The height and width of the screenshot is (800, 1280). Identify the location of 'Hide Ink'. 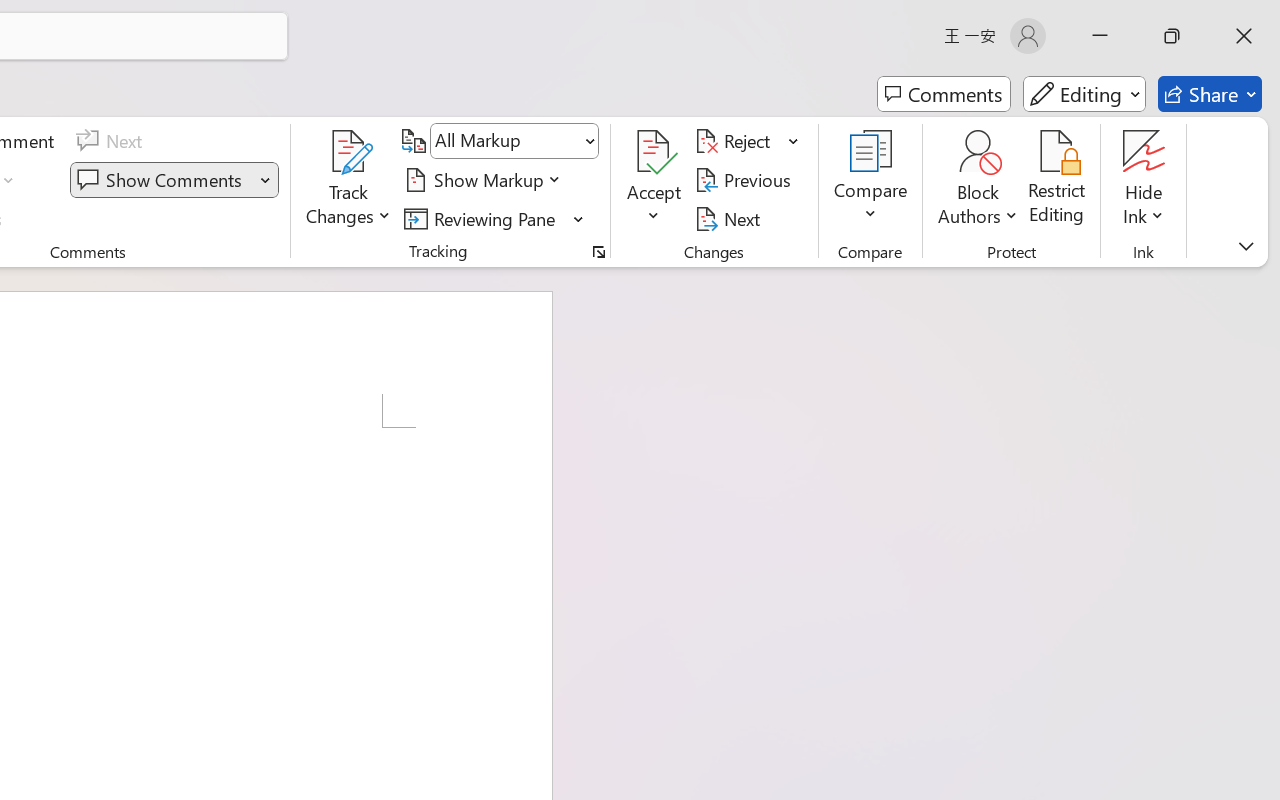
(1144, 151).